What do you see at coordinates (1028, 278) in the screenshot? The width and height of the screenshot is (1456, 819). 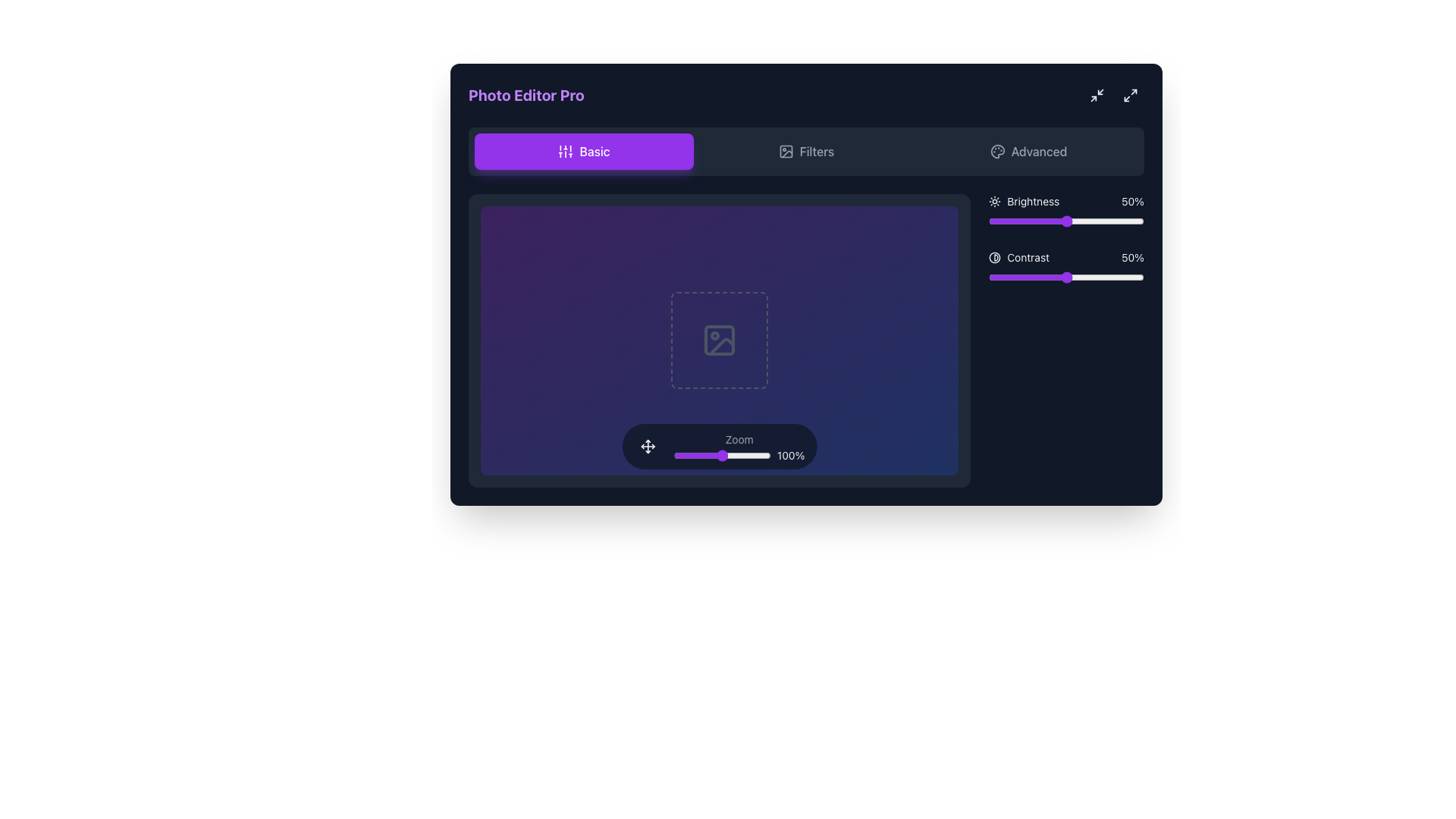 I see `the slider` at bounding box center [1028, 278].